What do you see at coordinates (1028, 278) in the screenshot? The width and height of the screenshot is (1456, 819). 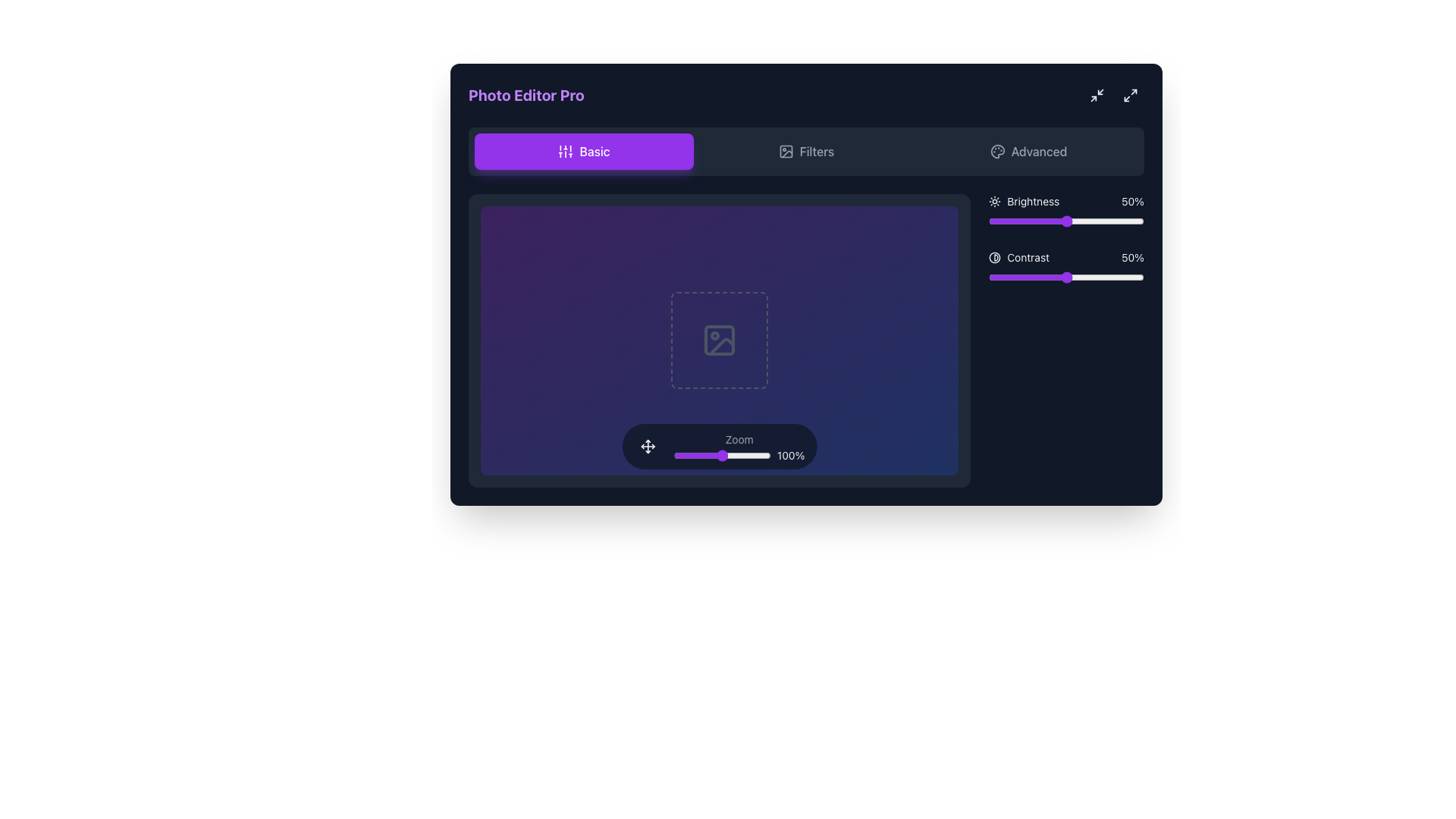 I see `the slider` at bounding box center [1028, 278].